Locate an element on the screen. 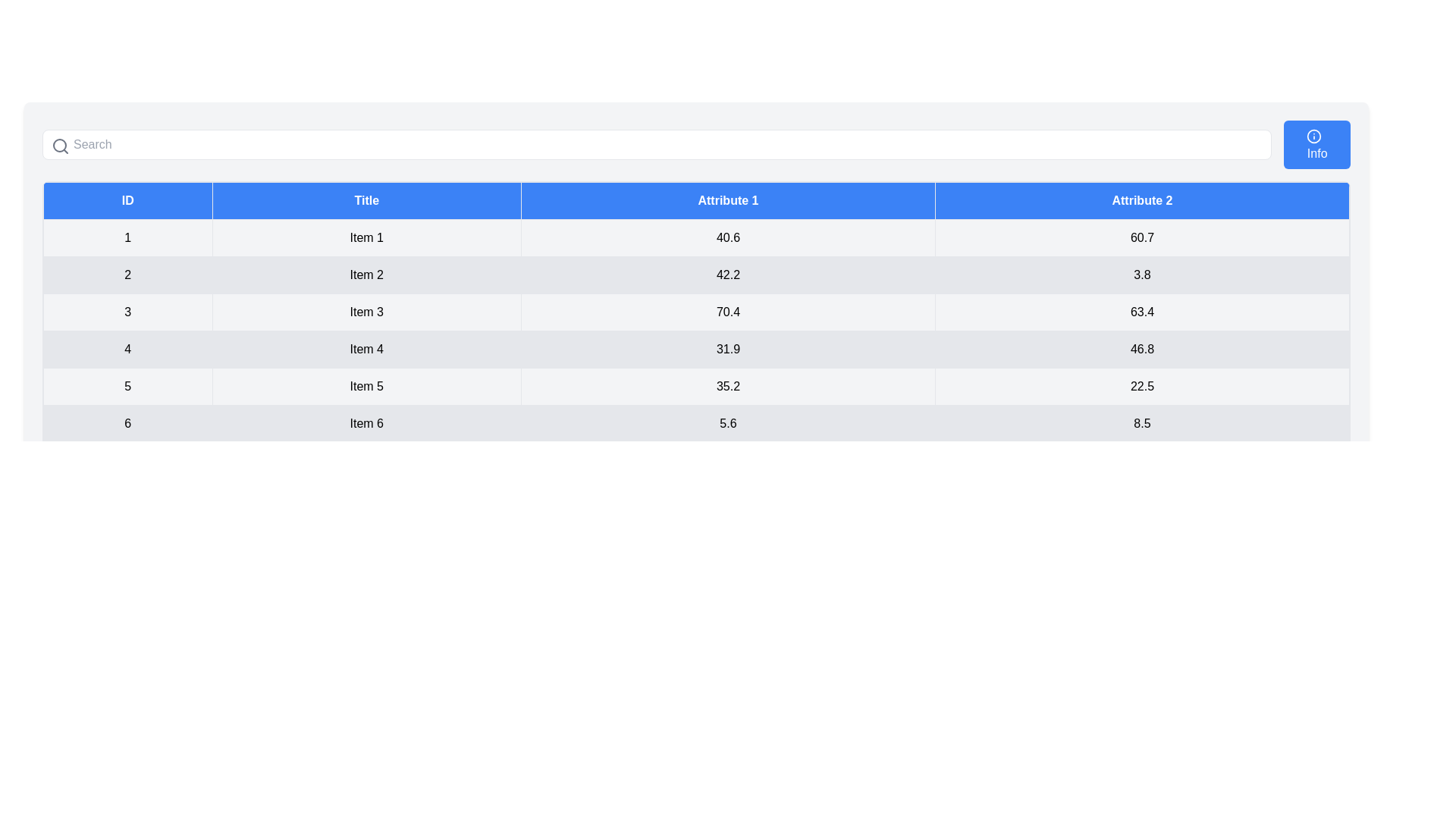 Image resolution: width=1456 pixels, height=819 pixels. the column header Attribute 1 to sort the table by that column is located at coordinates (728, 200).